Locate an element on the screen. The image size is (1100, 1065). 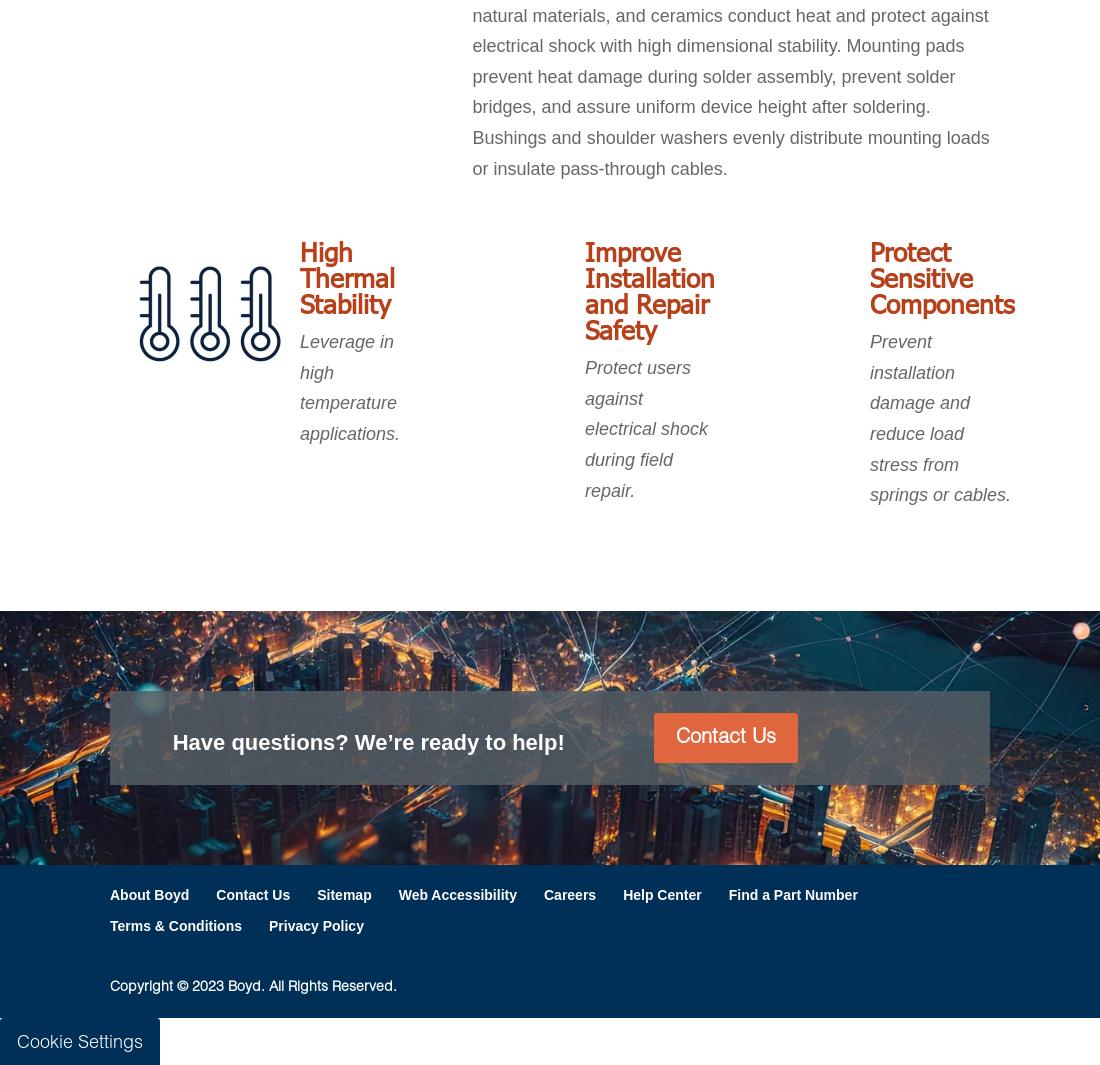
'Have questions? We’re ready to help!' is located at coordinates (171, 741).